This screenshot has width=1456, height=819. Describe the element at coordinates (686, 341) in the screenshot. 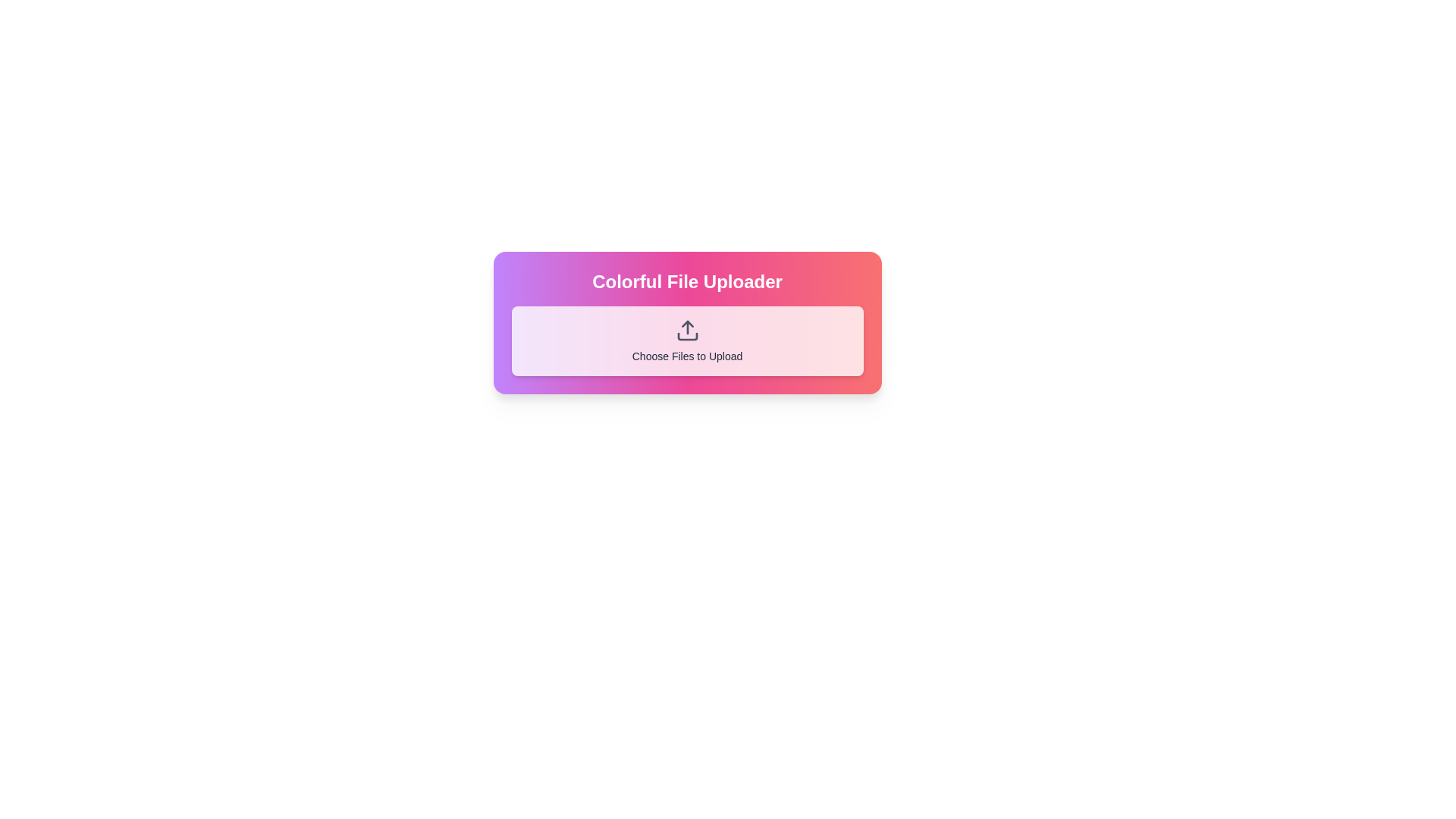

I see `the button located below the heading 'Colorful File Uploader'` at that location.